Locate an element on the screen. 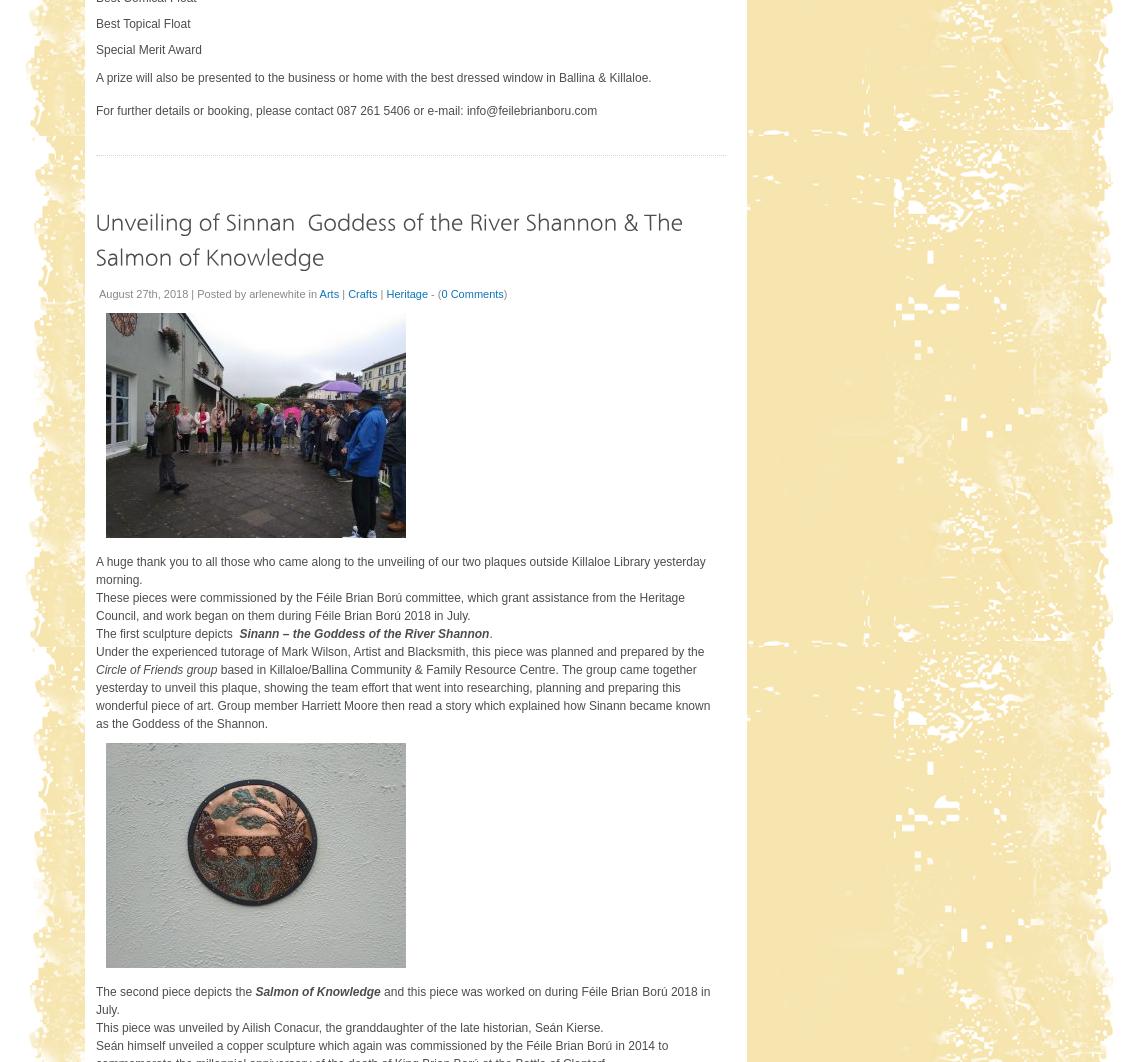 The width and height of the screenshot is (1140, 1062). 'in' is located at coordinates (312, 292).